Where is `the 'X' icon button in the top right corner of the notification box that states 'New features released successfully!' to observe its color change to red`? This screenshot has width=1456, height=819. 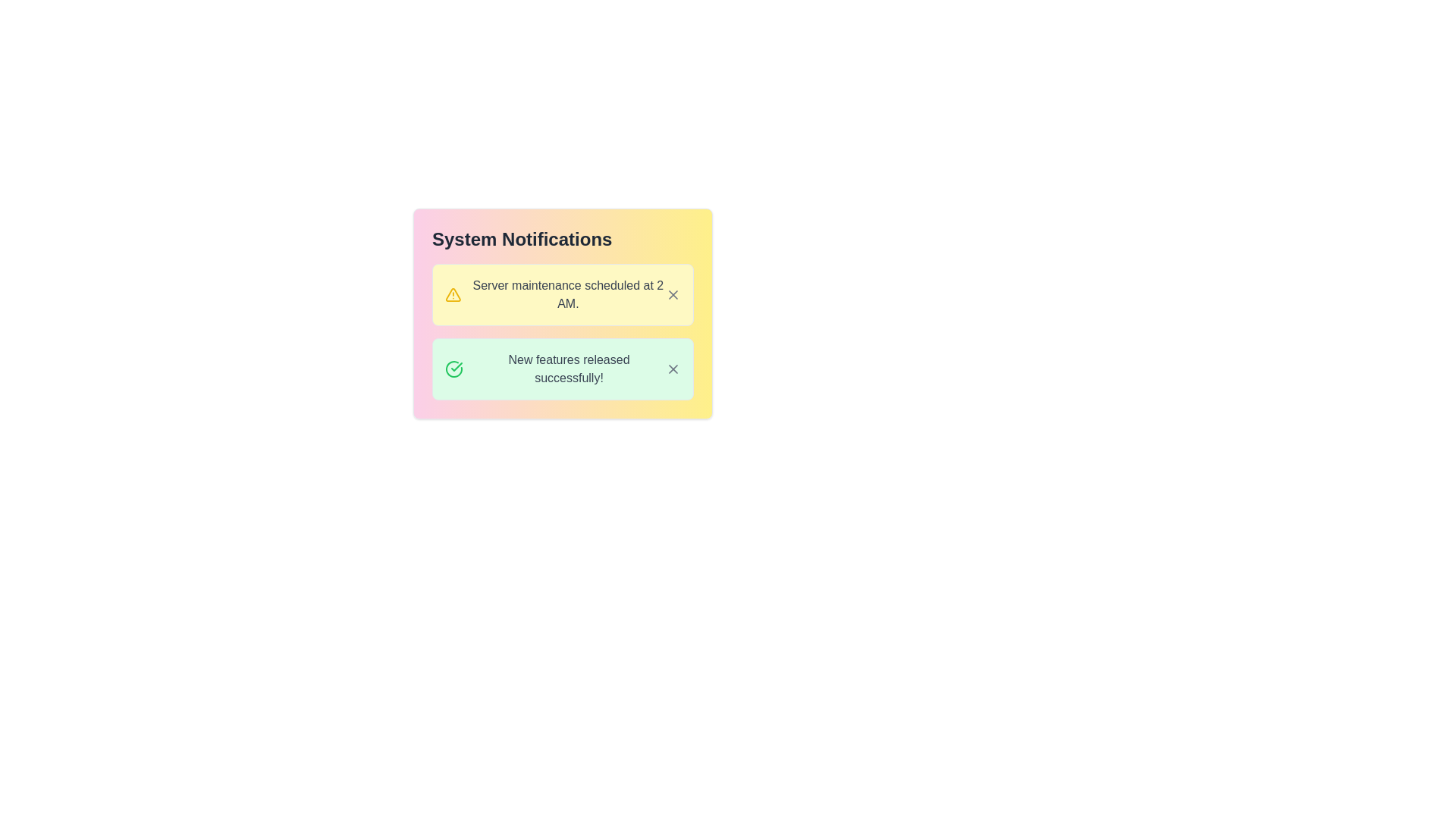 the 'X' icon button in the top right corner of the notification box that states 'New features released successfully!' to observe its color change to red is located at coordinates (673, 369).